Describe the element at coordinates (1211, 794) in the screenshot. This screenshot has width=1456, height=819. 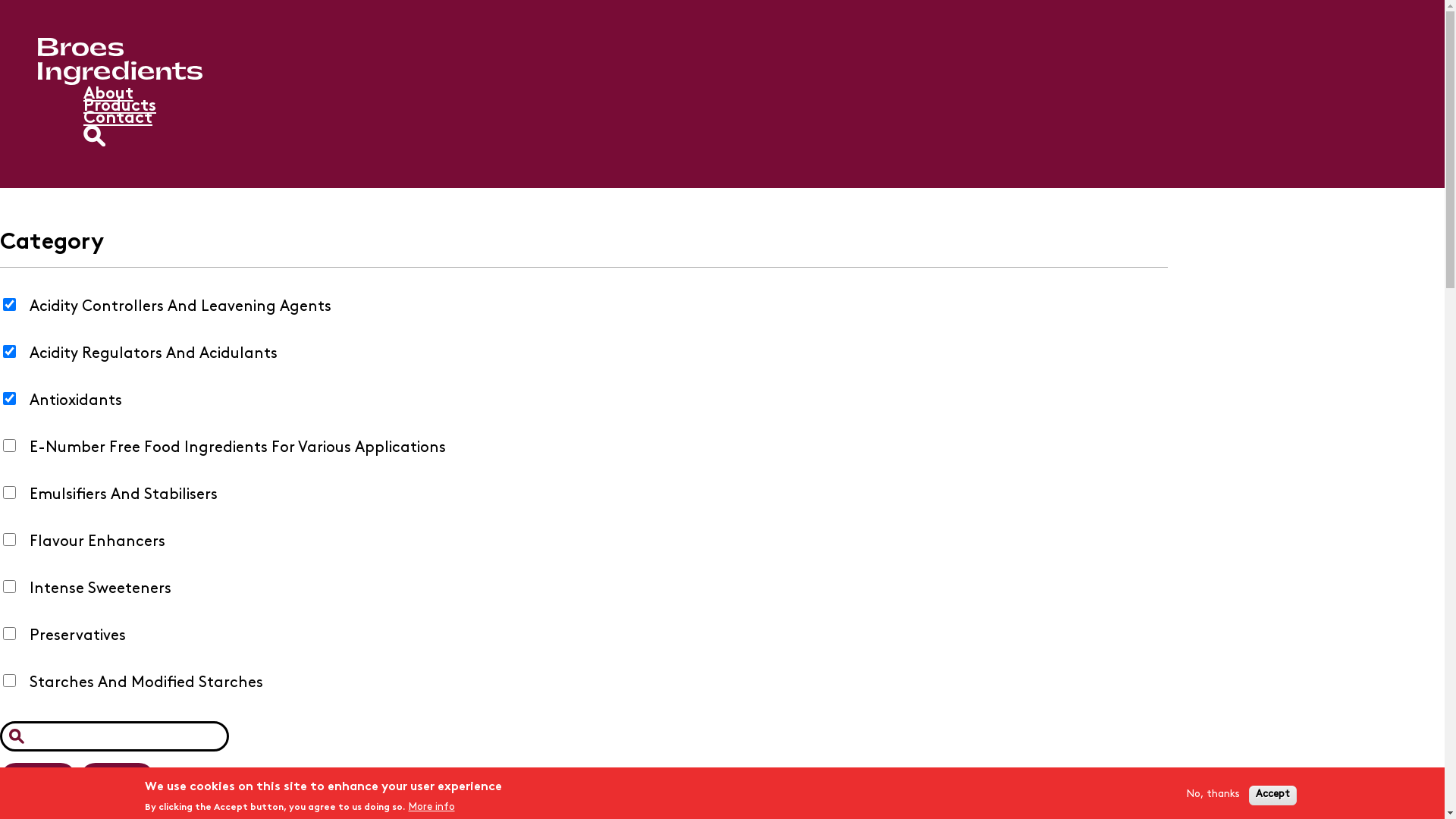
I see `'No, thanks'` at that location.